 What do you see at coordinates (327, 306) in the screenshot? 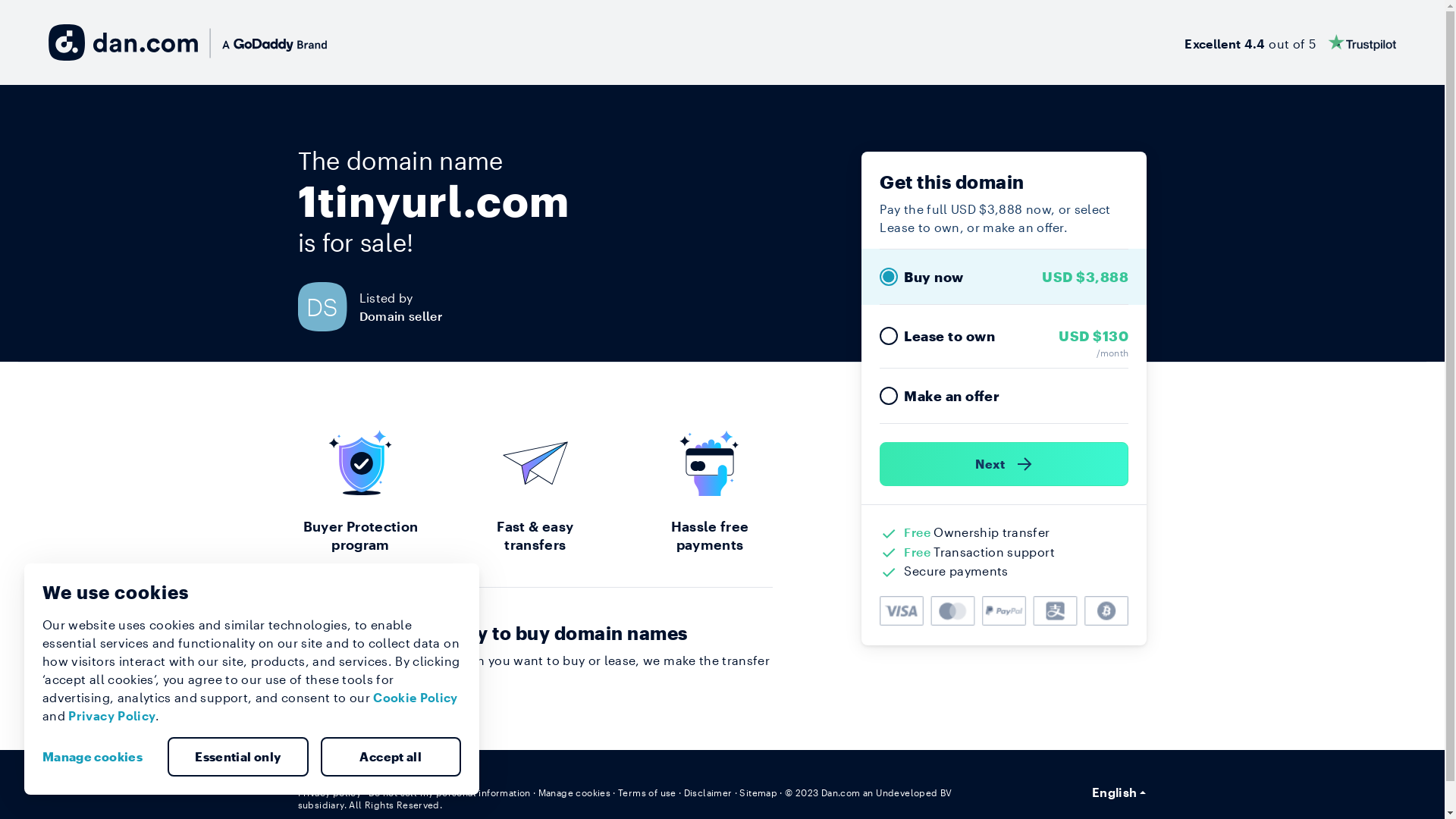
I see `'DS'` at bounding box center [327, 306].